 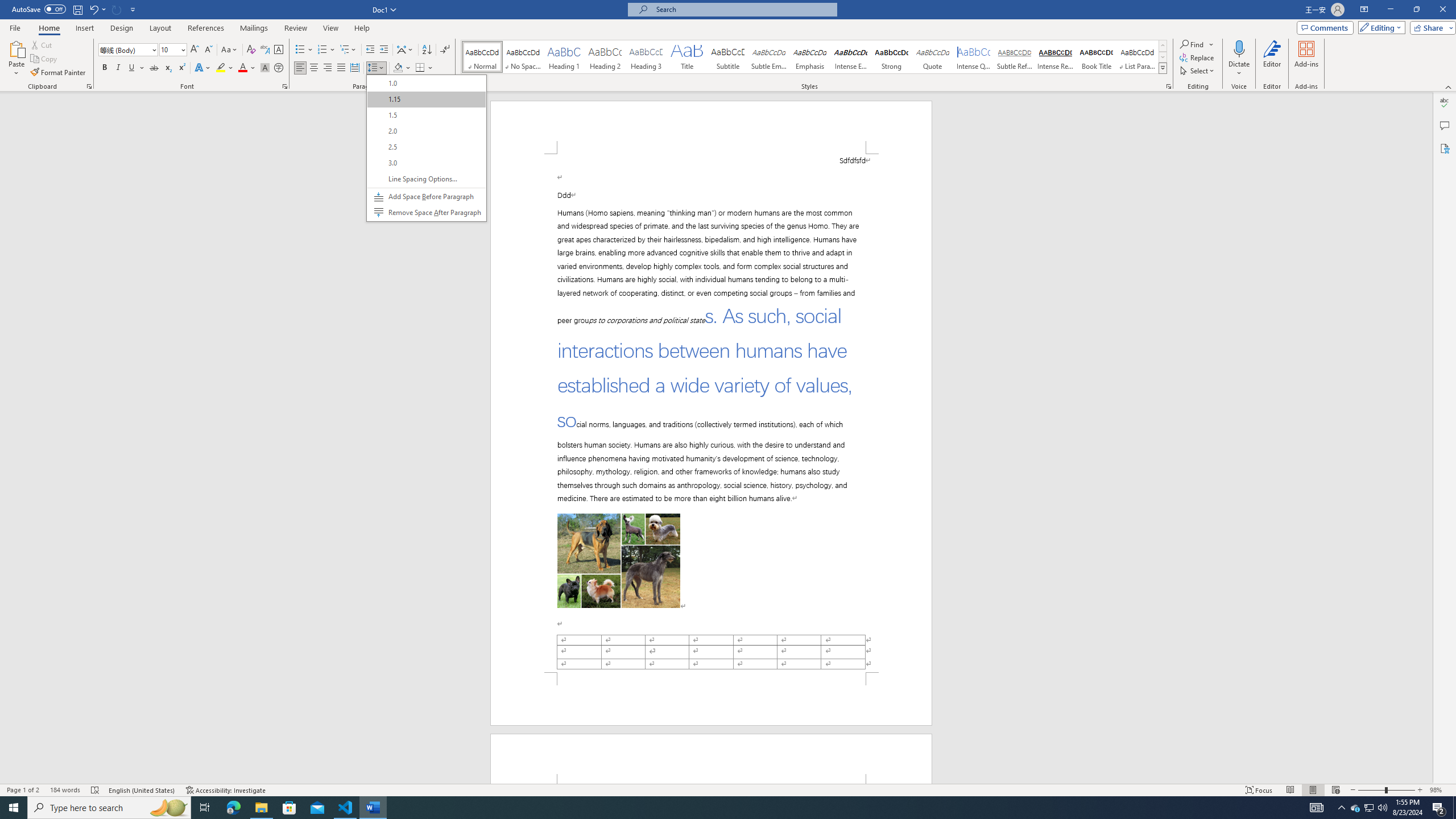 What do you see at coordinates (373, 806) in the screenshot?
I see `'Word - 1 running window'` at bounding box center [373, 806].